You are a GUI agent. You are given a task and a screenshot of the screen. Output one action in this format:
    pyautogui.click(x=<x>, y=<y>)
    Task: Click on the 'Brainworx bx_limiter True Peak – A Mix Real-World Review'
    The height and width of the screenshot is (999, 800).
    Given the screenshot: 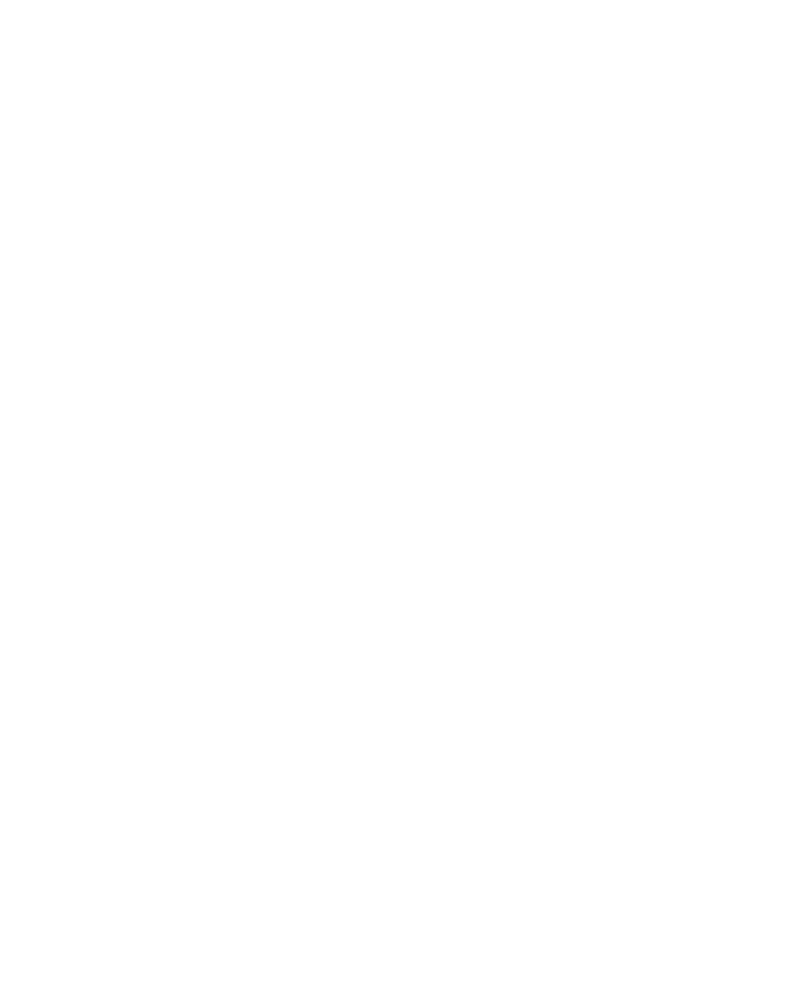 What is the action you would take?
    pyautogui.click(x=354, y=751)
    